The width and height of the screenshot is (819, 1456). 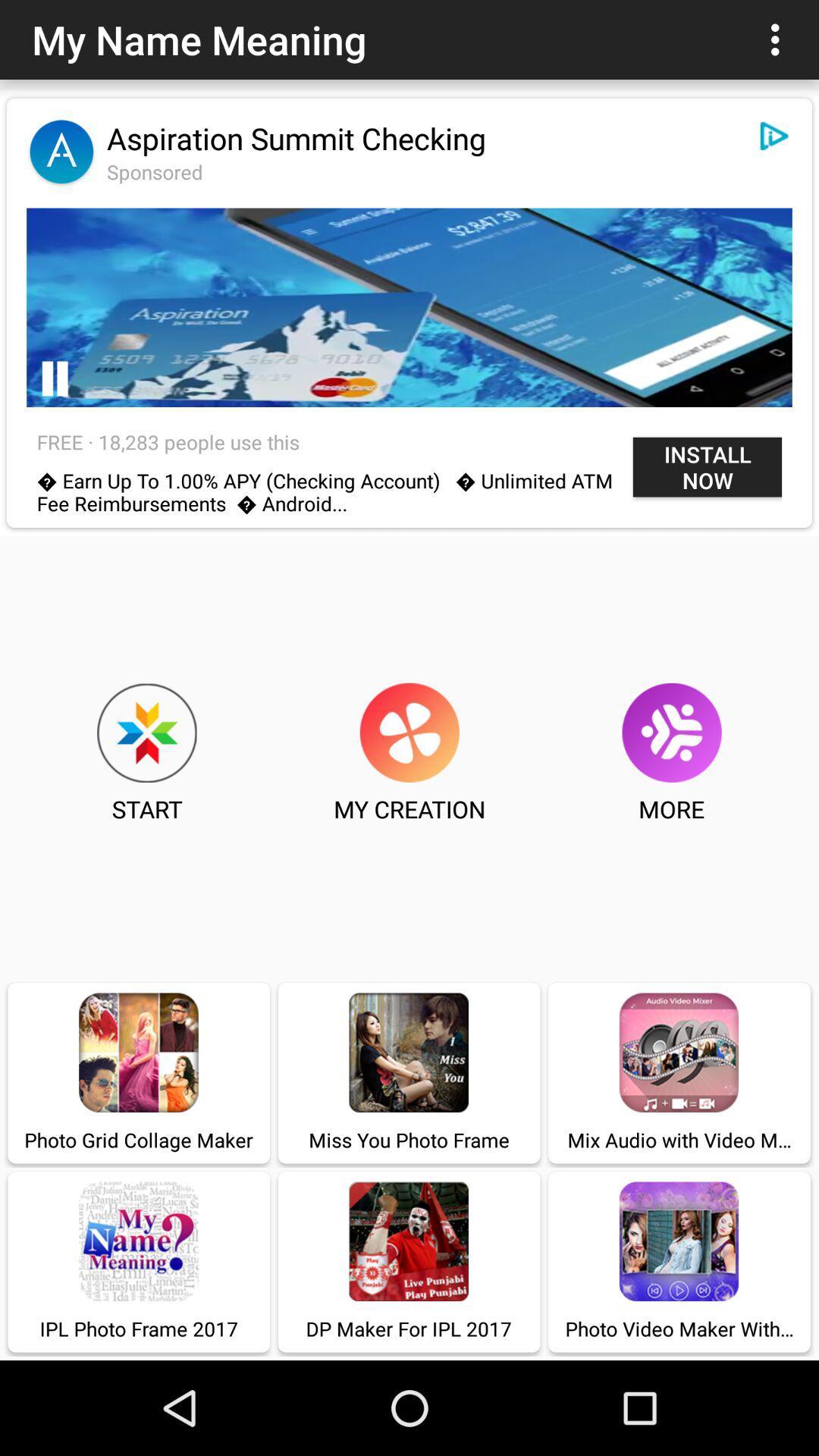 What do you see at coordinates (54, 378) in the screenshot?
I see `item above the free 18 283 icon` at bounding box center [54, 378].